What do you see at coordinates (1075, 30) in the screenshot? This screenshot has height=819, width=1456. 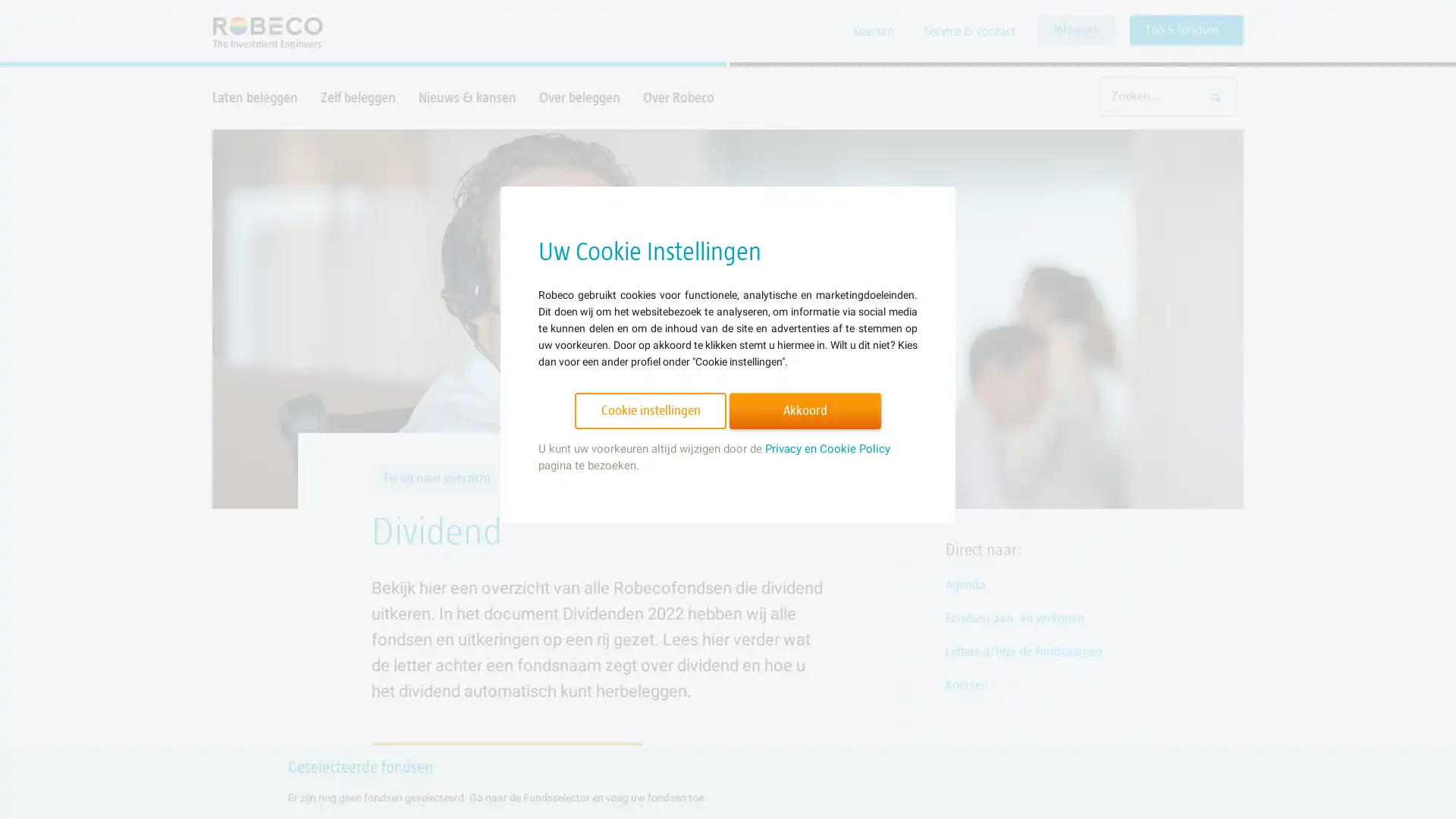 I see `Inloggen` at bounding box center [1075, 30].